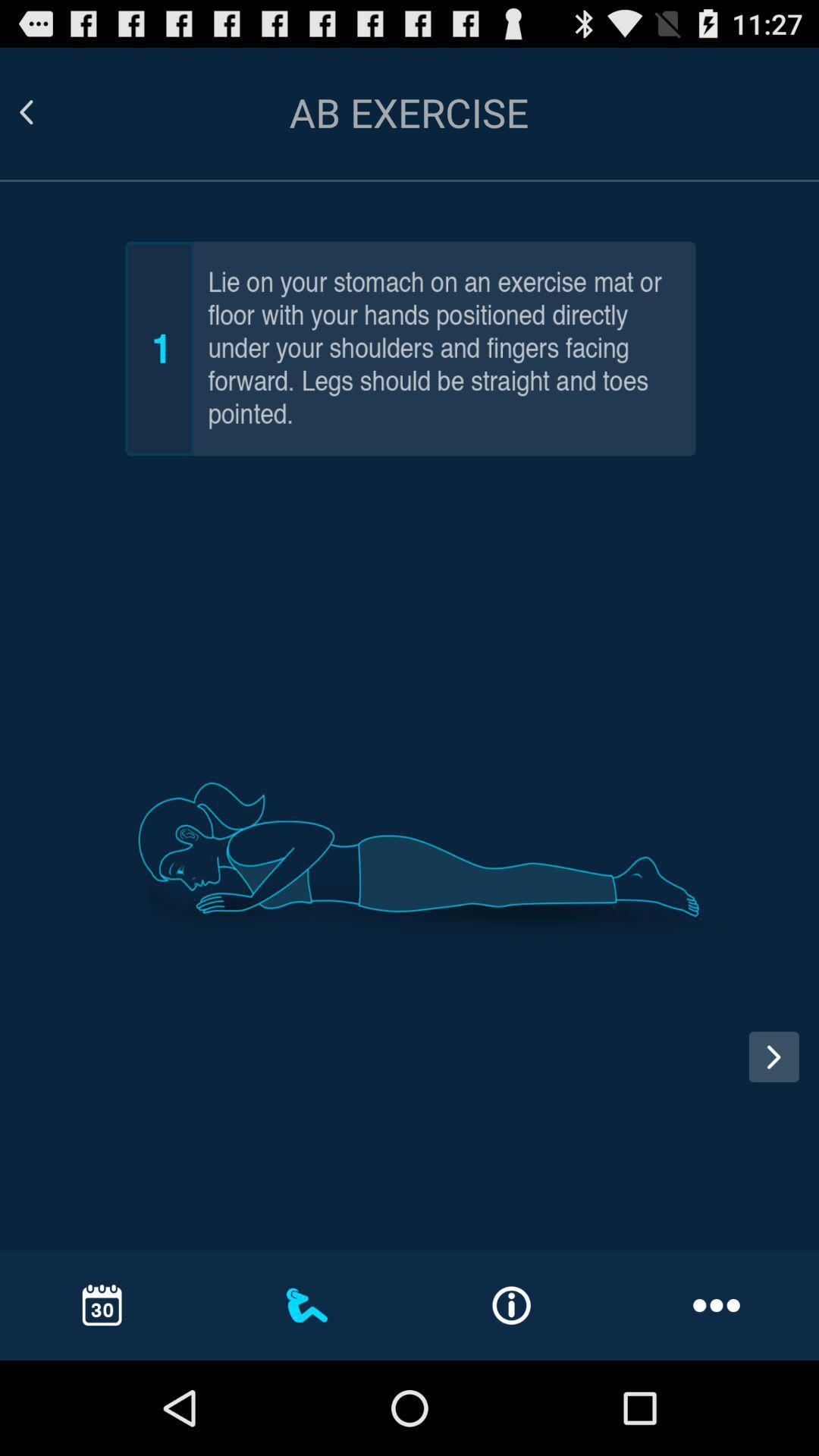  I want to click on the arrow_forward icon, so click(779, 1147).